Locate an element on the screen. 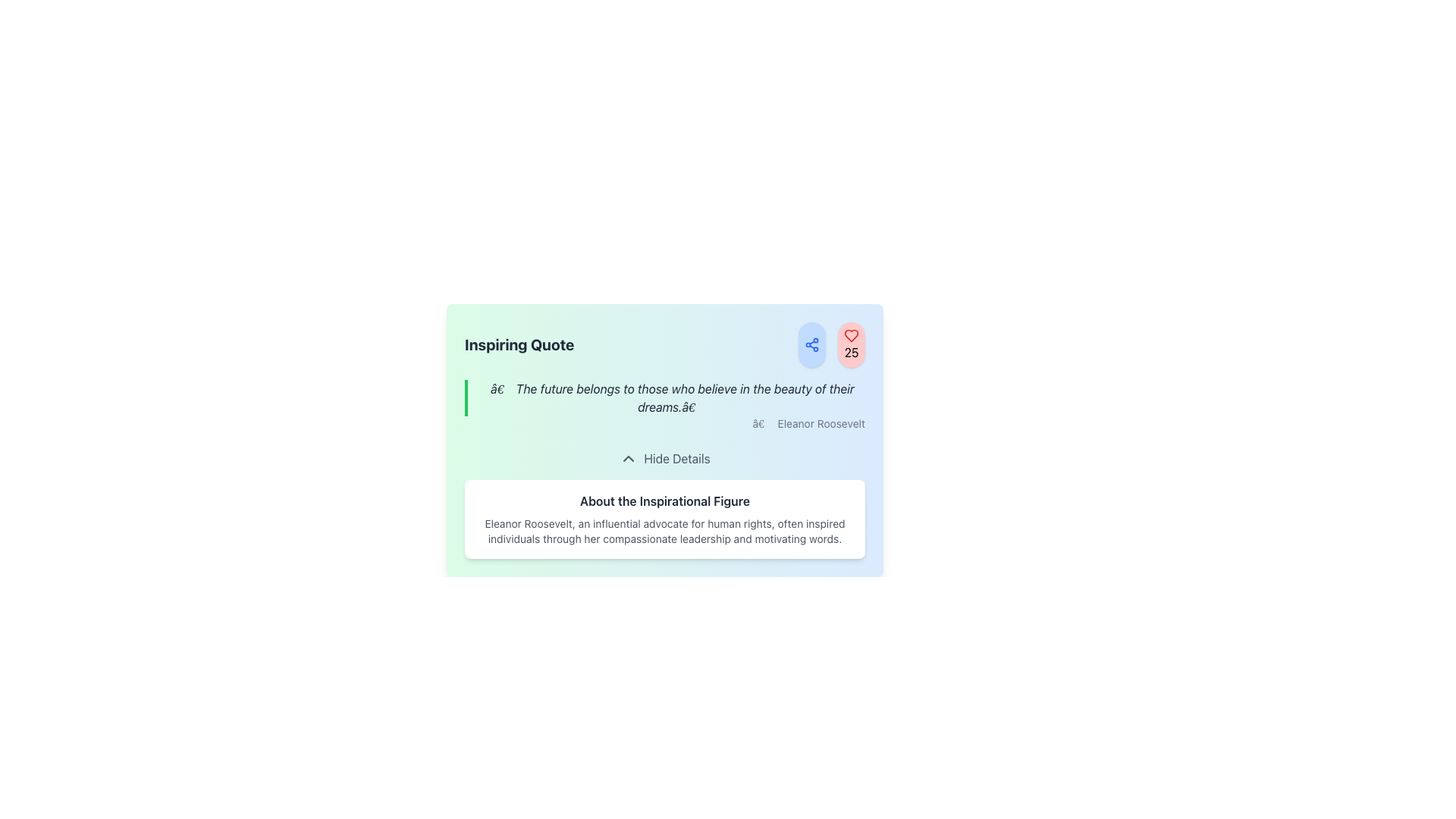 The height and width of the screenshot is (819, 1456). the toggle button located below the text '— Eleanor Roosevelt' is located at coordinates (665, 458).